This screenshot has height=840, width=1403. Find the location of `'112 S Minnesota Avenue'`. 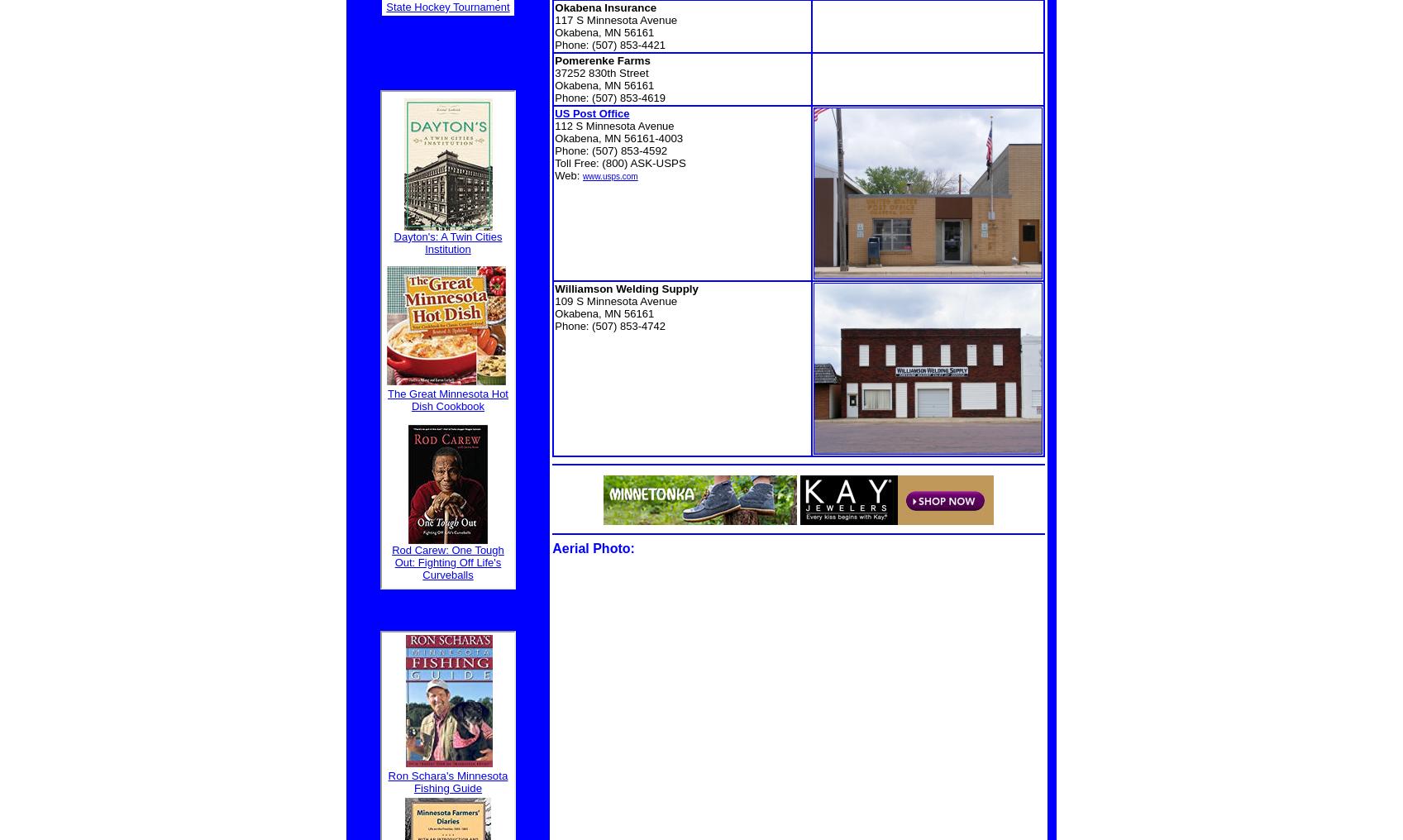

'112 S Minnesota Avenue' is located at coordinates (554, 125).